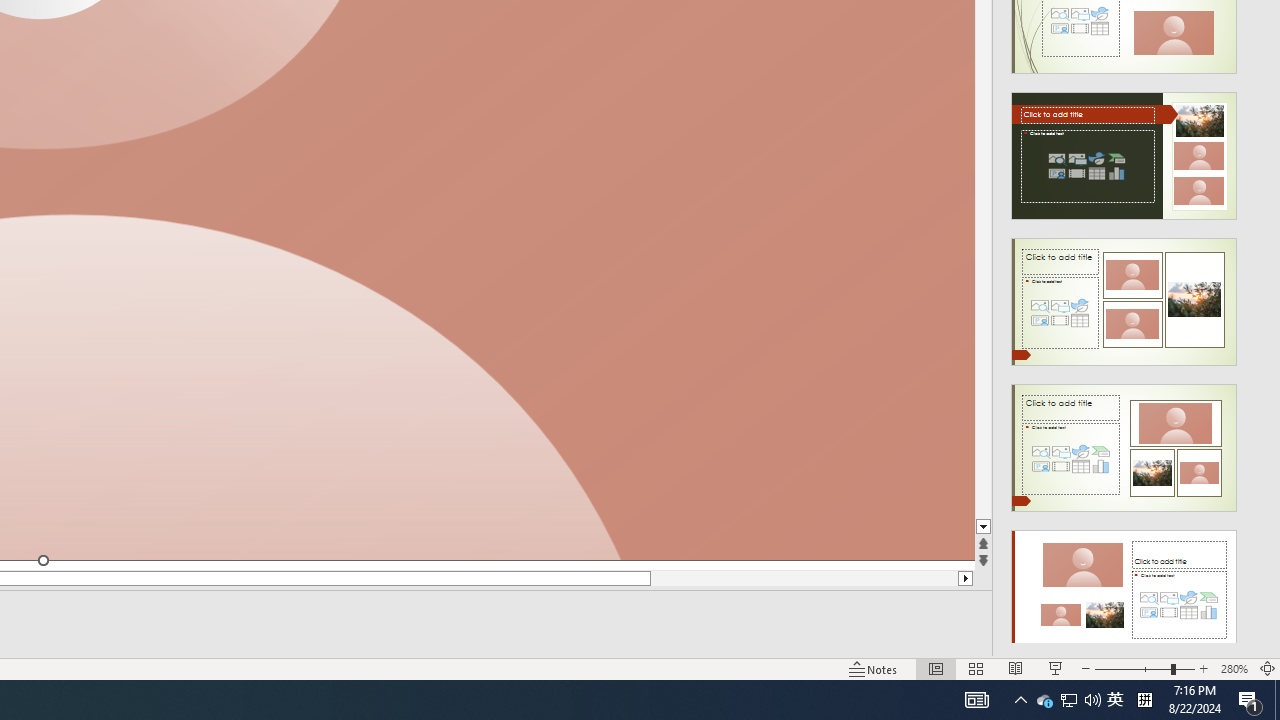 This screenshot has width=1280, height=720. I want to click on 'Design Idea', so click(1124, 586).